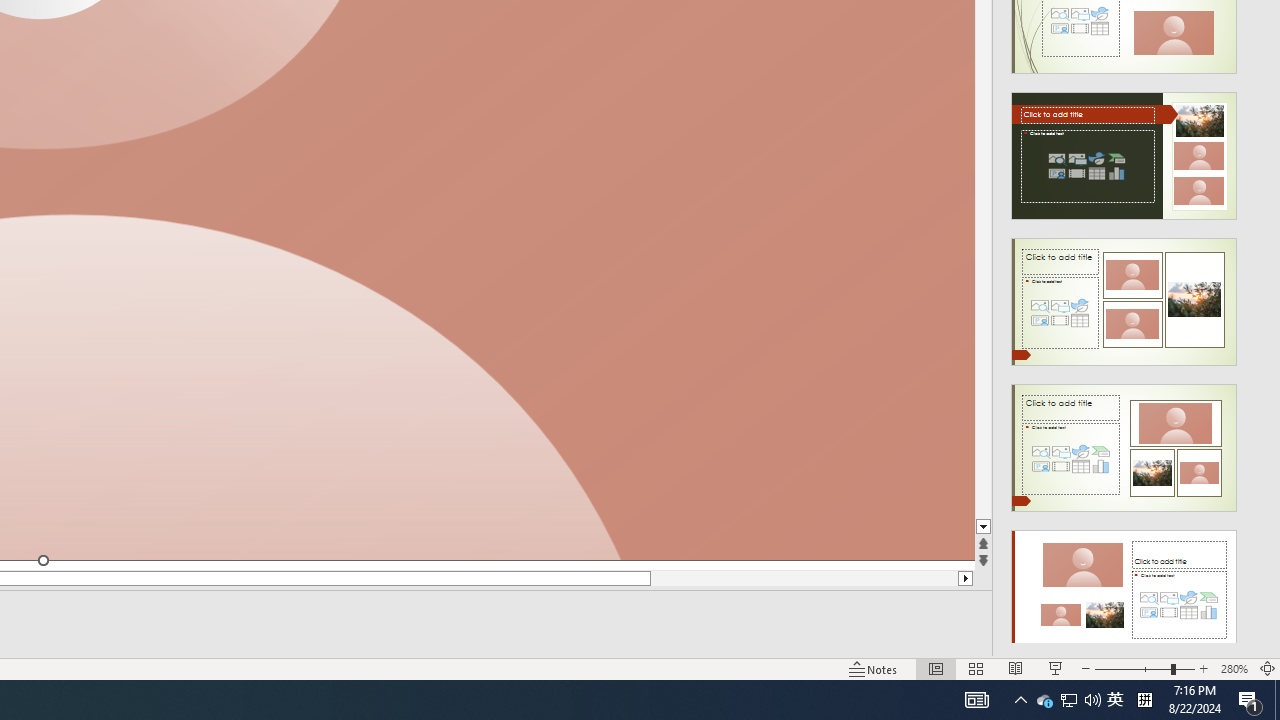 This screenshot has width=1280, height=720. I want to click on 'Design Idea', so click(1124, 586).